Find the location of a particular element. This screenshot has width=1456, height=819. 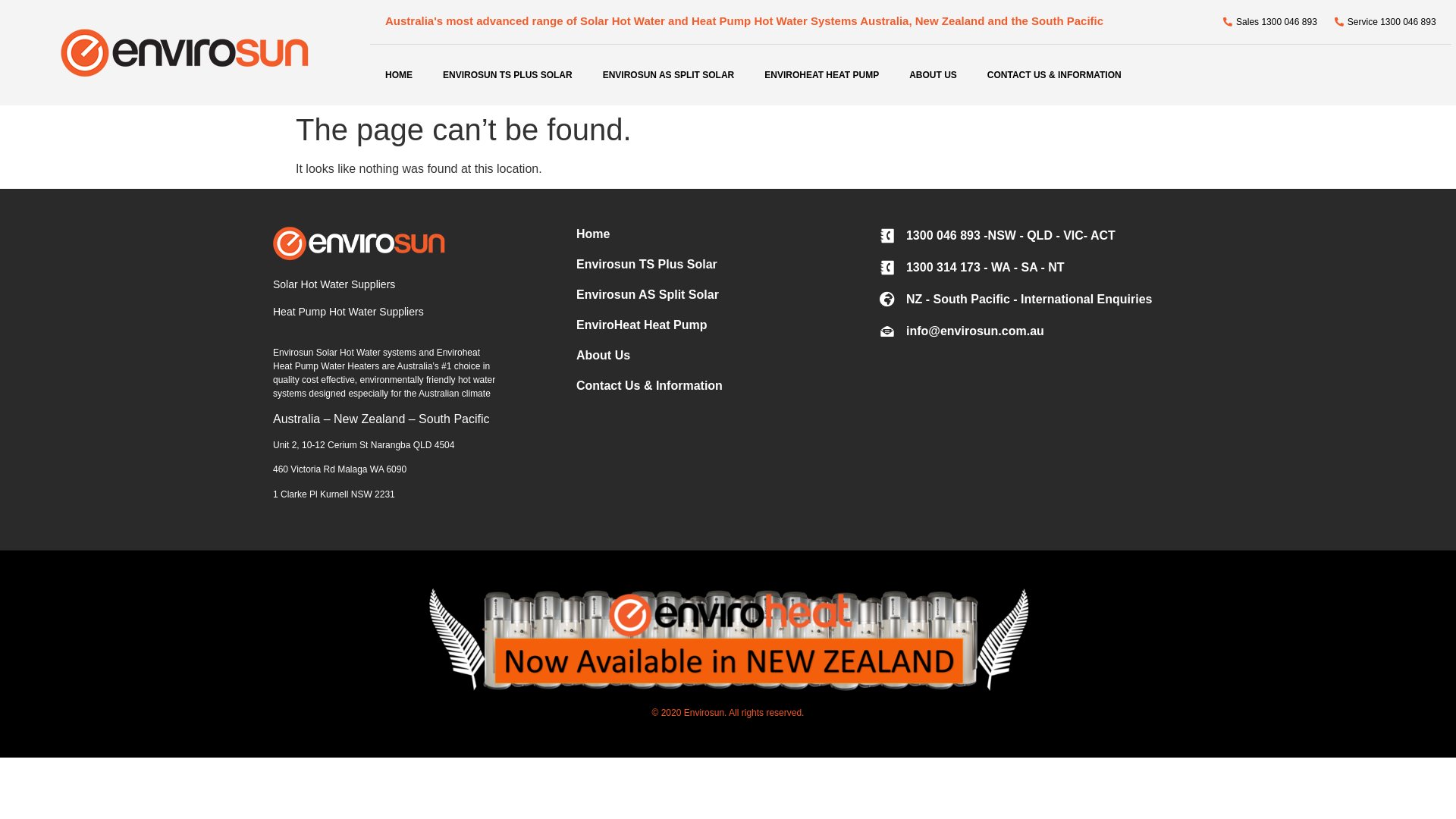

'Envirosun TS Plus Solar' is located at coordinates (575, 263).